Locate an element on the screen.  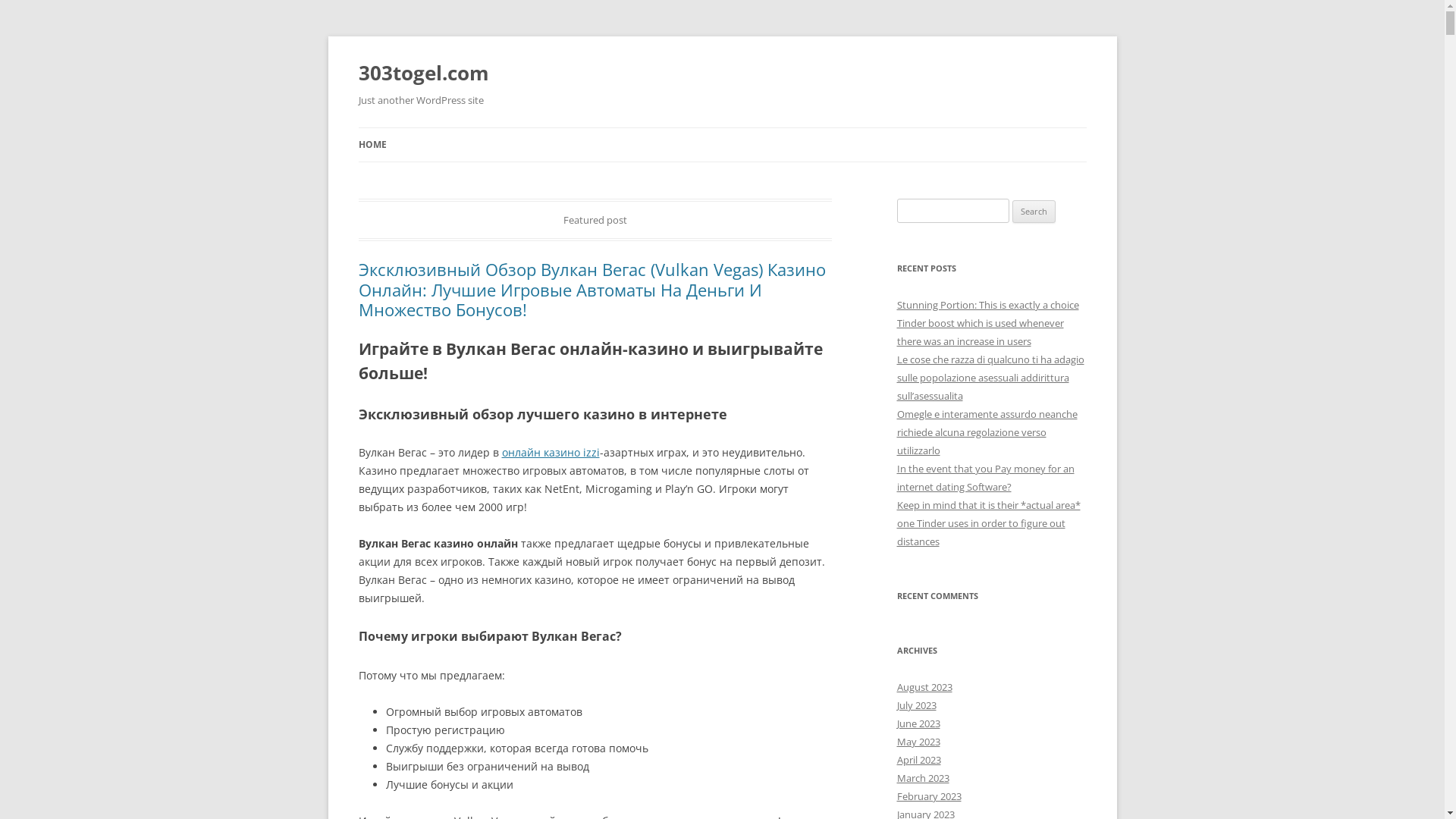
'Search' is located at coordinates (1033, 211).